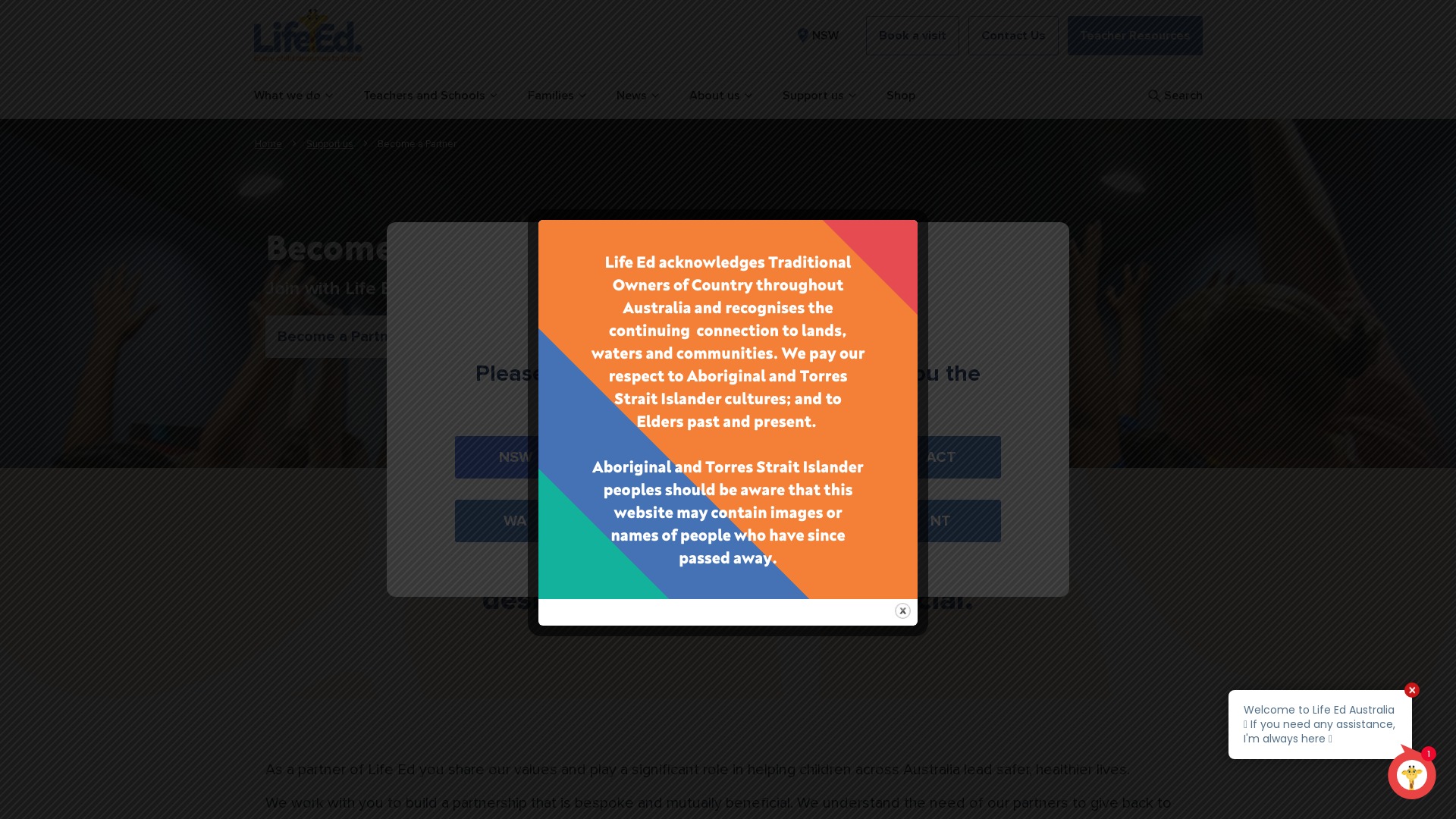 This screenshot has height=819, width=1456. Describe the element at coordinates (899, 96) in the screenshot. I see `'Shop'` at that location.